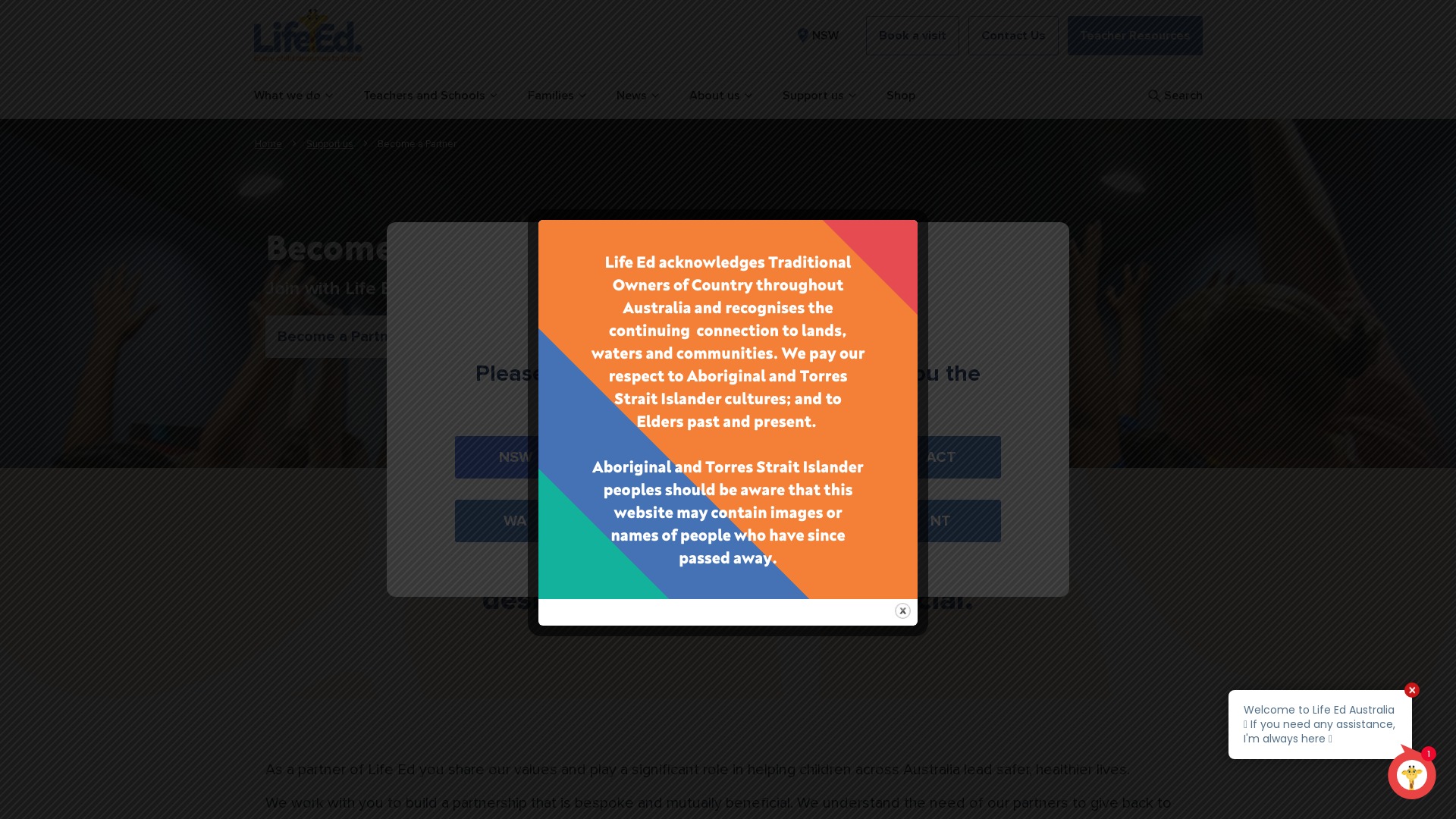 This screenshot has height=819, width=1456. Describe the element at coordinates (899, 96) in the screenshot. I see `'Shop'` at that location.